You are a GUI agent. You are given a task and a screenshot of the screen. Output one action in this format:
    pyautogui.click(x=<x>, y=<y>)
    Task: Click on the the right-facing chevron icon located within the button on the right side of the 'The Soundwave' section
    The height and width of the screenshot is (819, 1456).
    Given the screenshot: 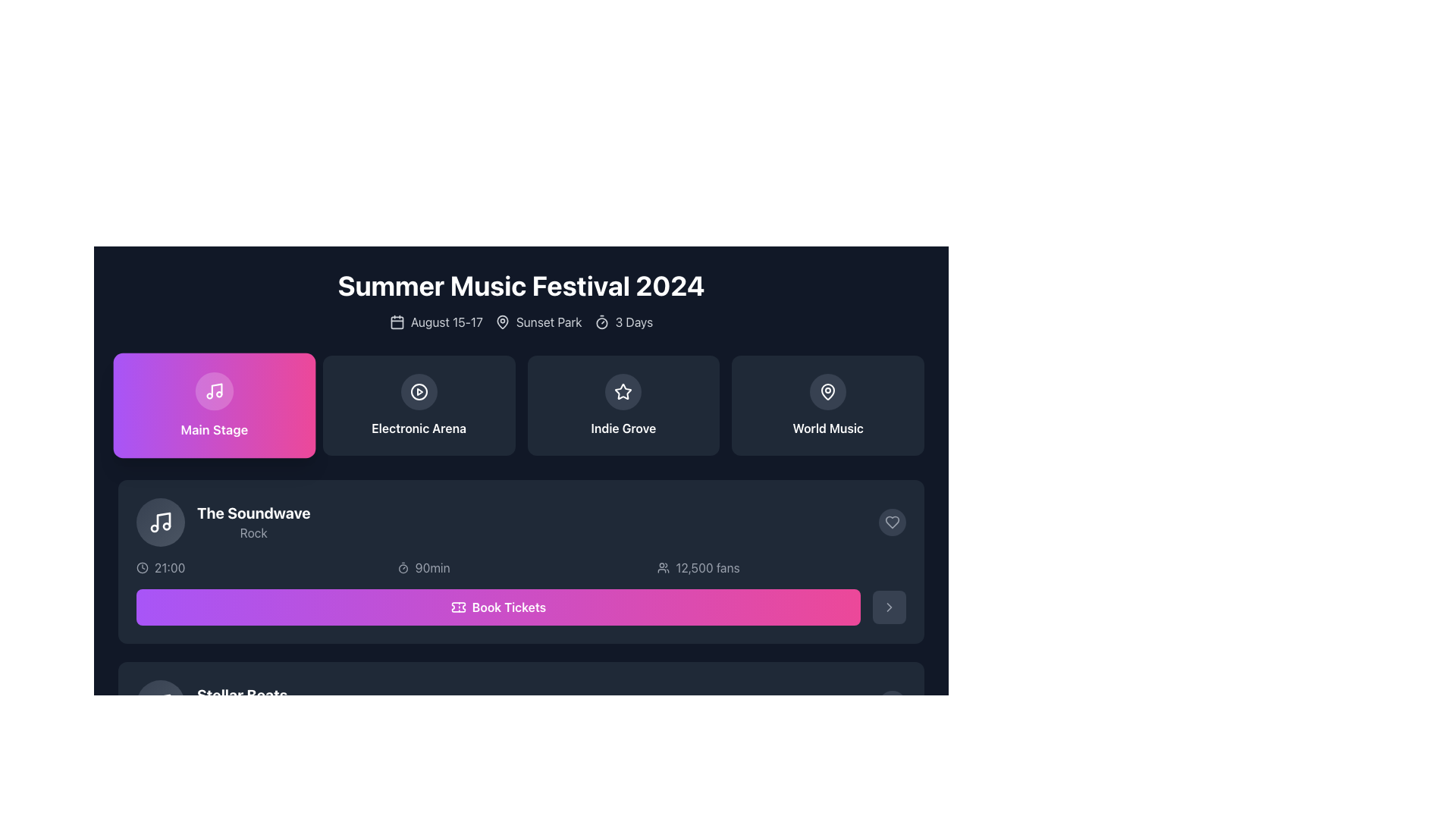 What is the action you would take?
    pyautogui.click(x=889, y=607)
    